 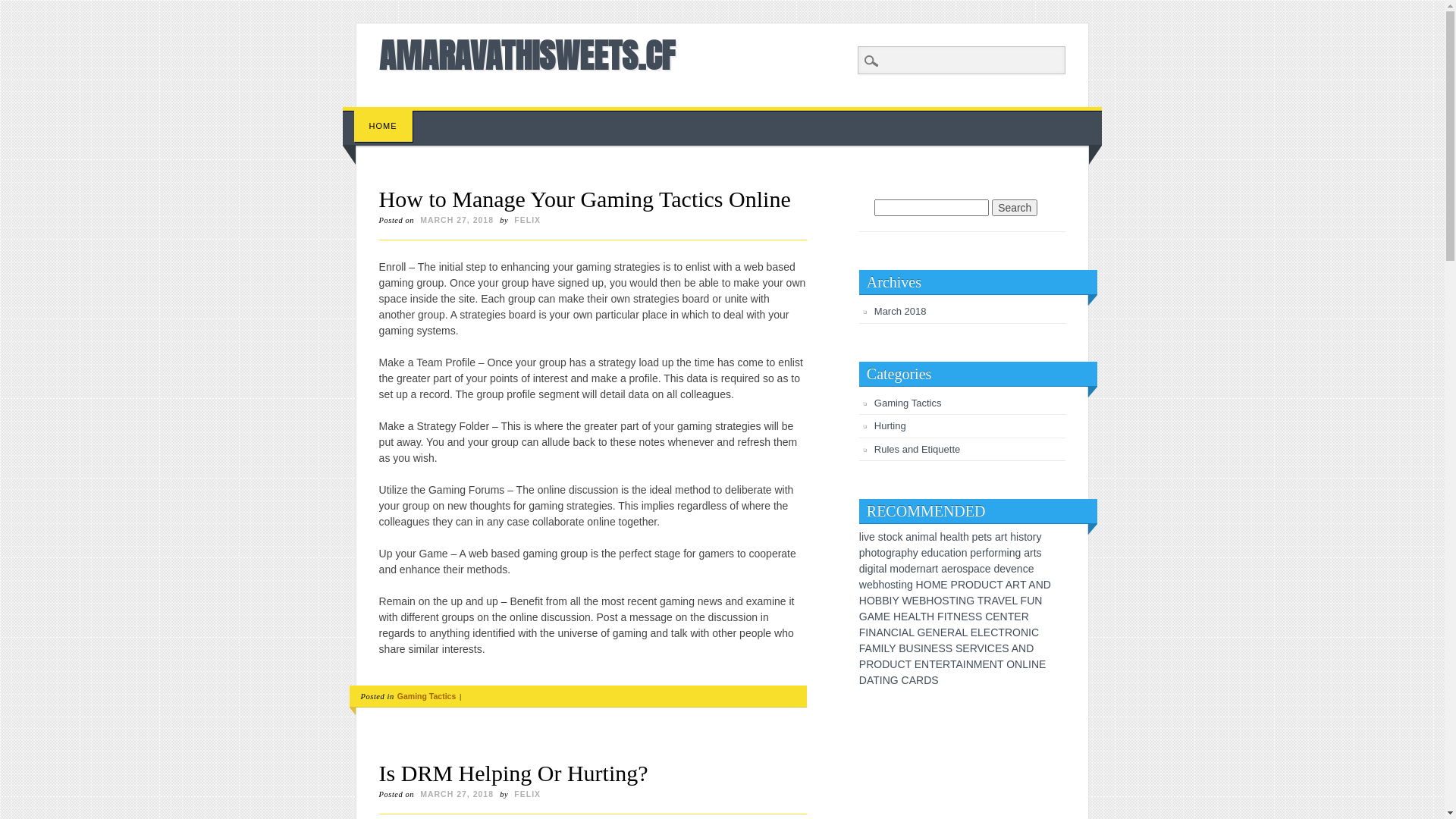 I want to click on 'd', so click(x=862, y=568).